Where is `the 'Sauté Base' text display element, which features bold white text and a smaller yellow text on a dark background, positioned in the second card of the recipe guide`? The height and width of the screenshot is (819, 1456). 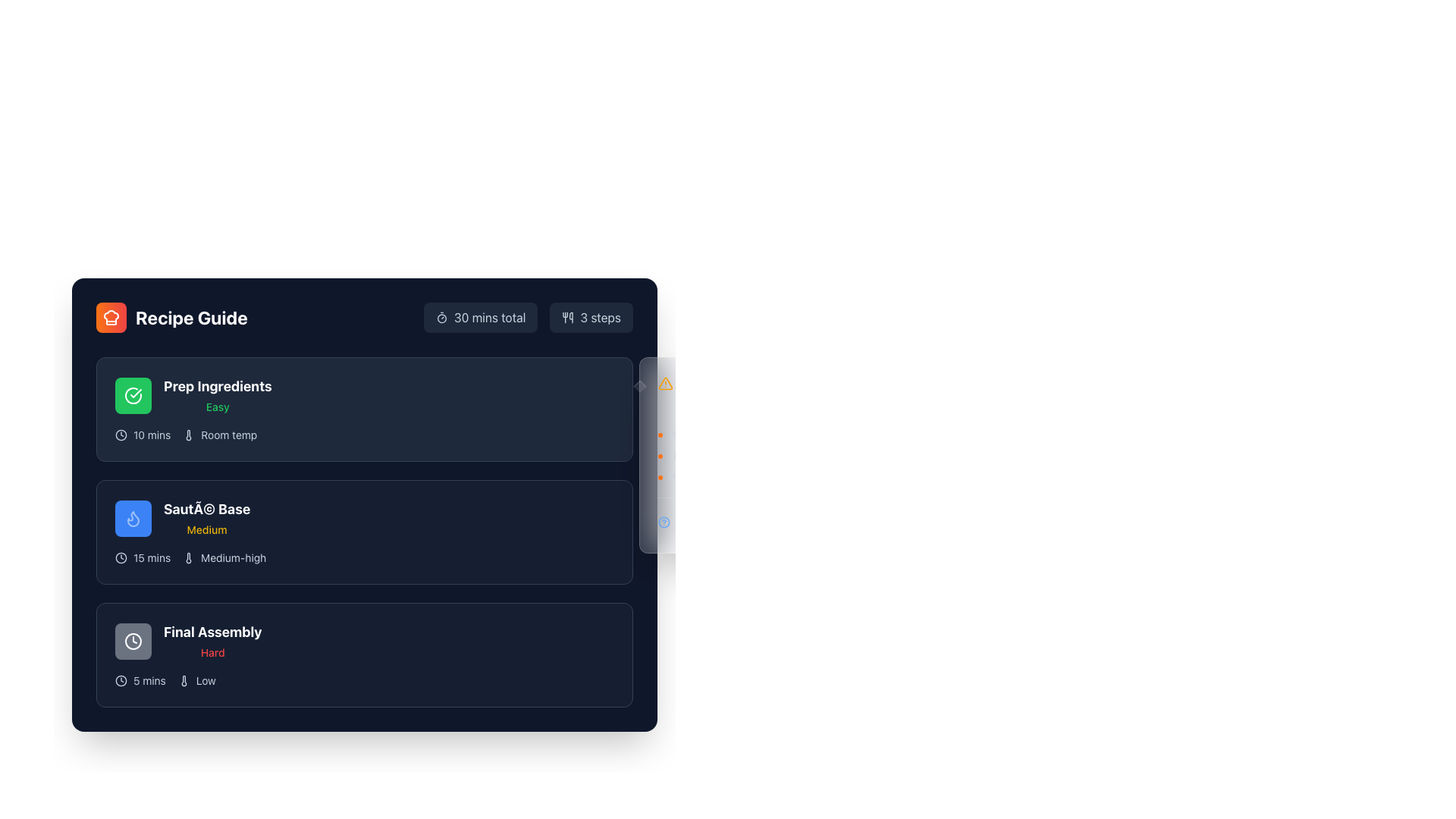 the 'Sauté Base' text display element, which features bold white text and a smaller yellow text on a dark background, positioned in the second card of the recipe guide is located at coordinates (206, 517).